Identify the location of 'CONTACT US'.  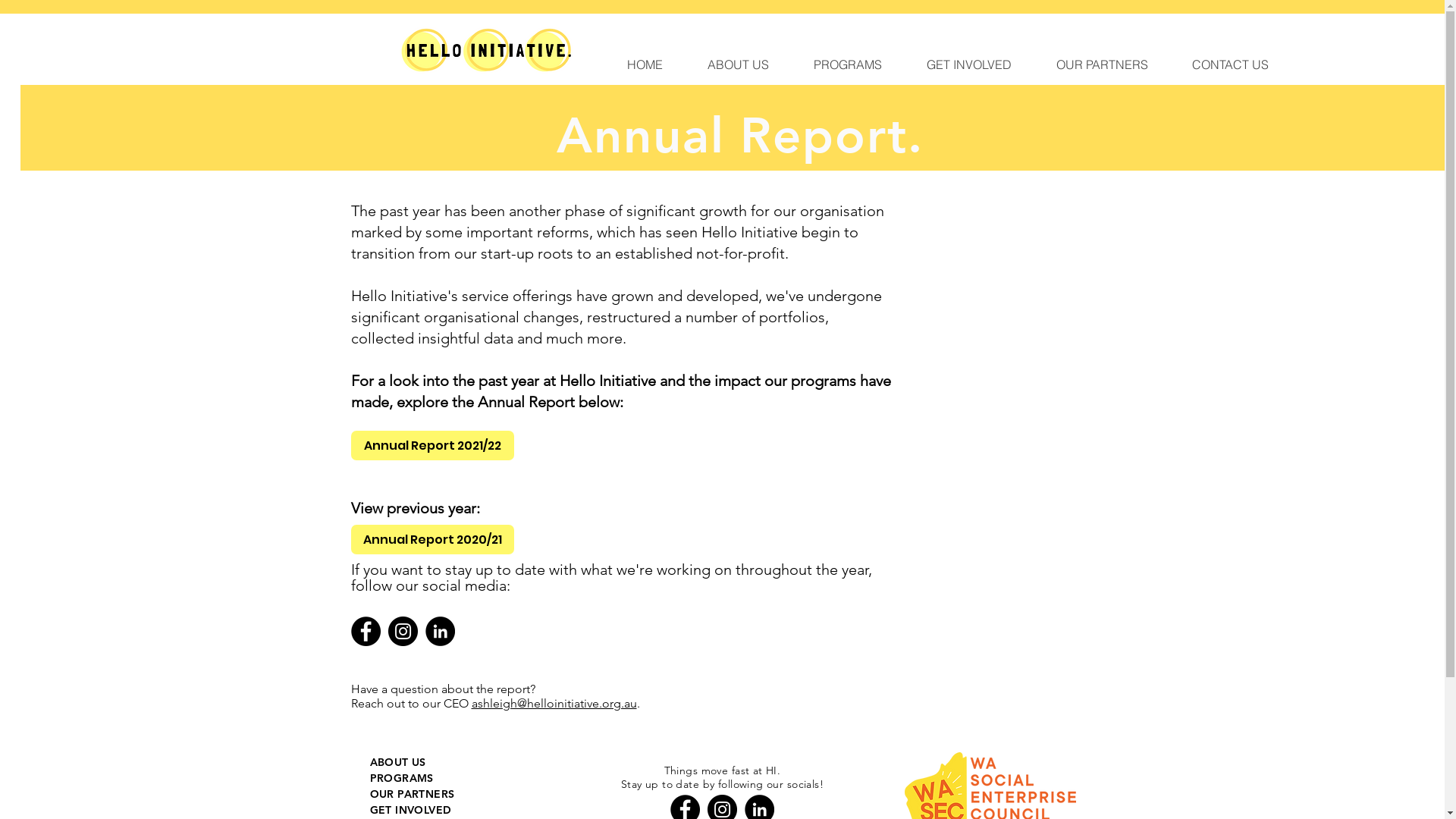
(1229, 63).